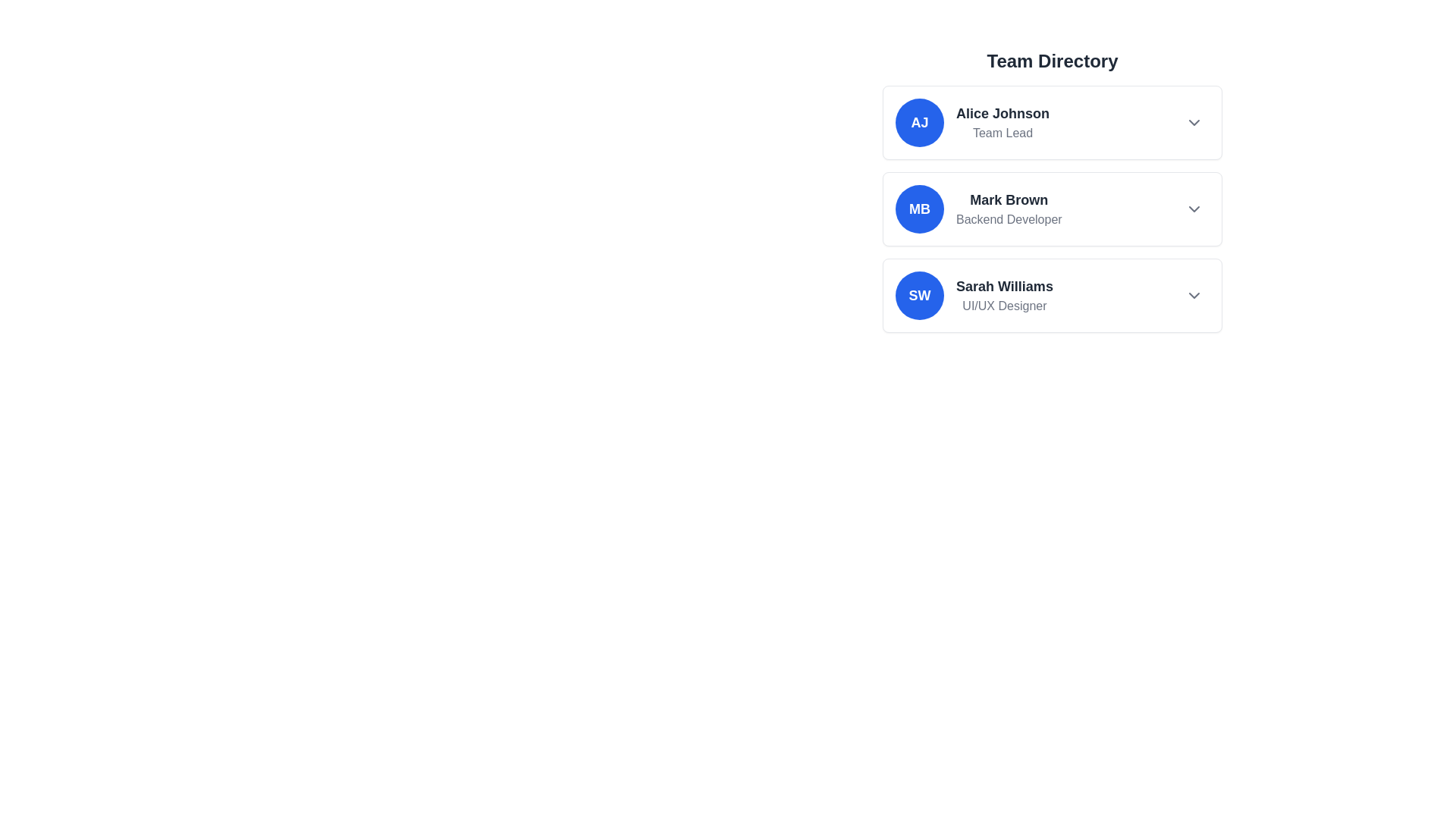 The width and height of the screenshot is (1456, 819). Describe the element at coordinates (1003, 113) in the screenshot. I see `the text label that serves as the title or name of the team member, located at the top center of the card above the 'Team Lead' text` at that location.